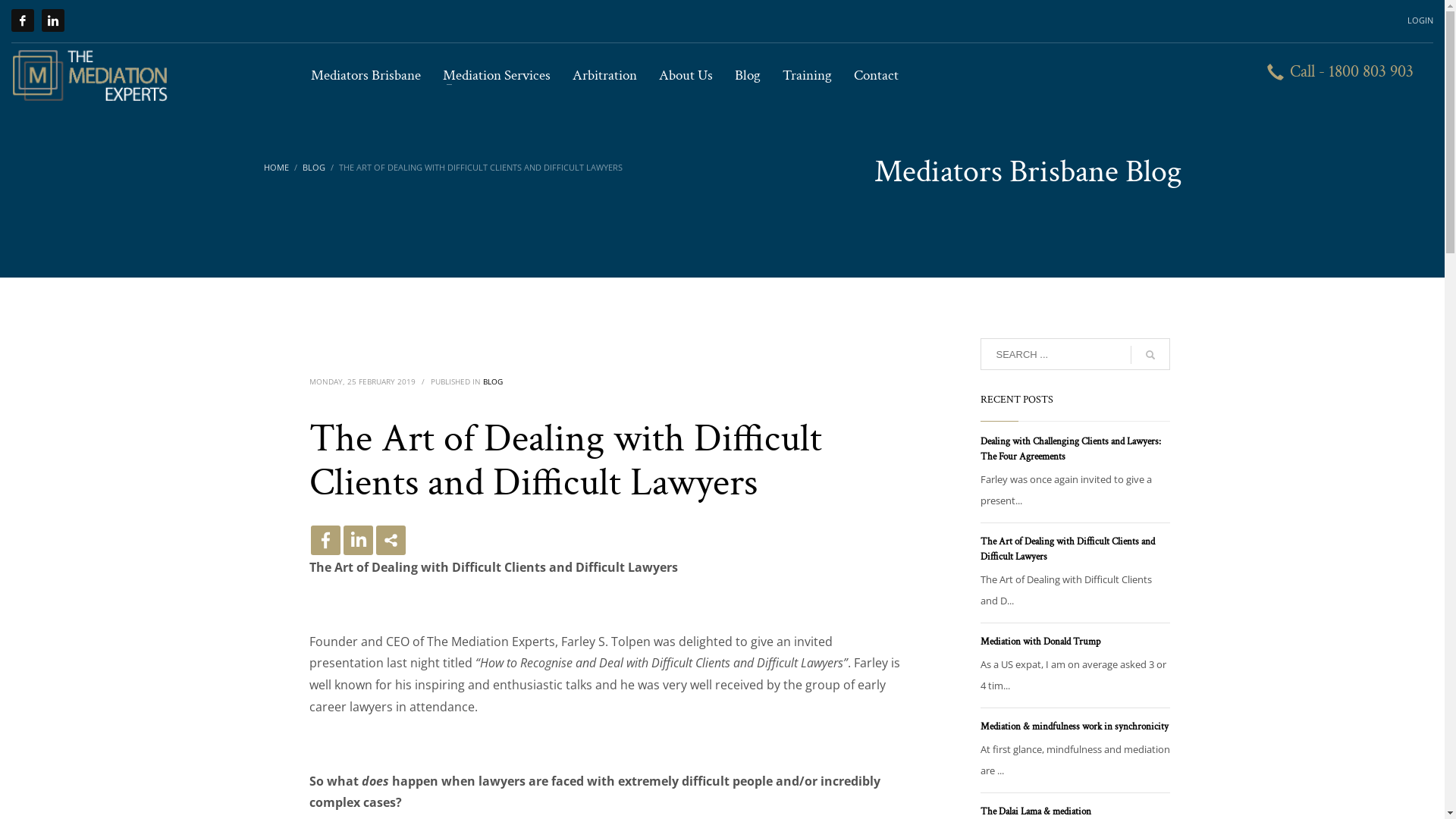 This screenshot has width=1456, height=819. Describe the element at coordinates (391, 539) in the screenshot. I see `'More'` at that location.